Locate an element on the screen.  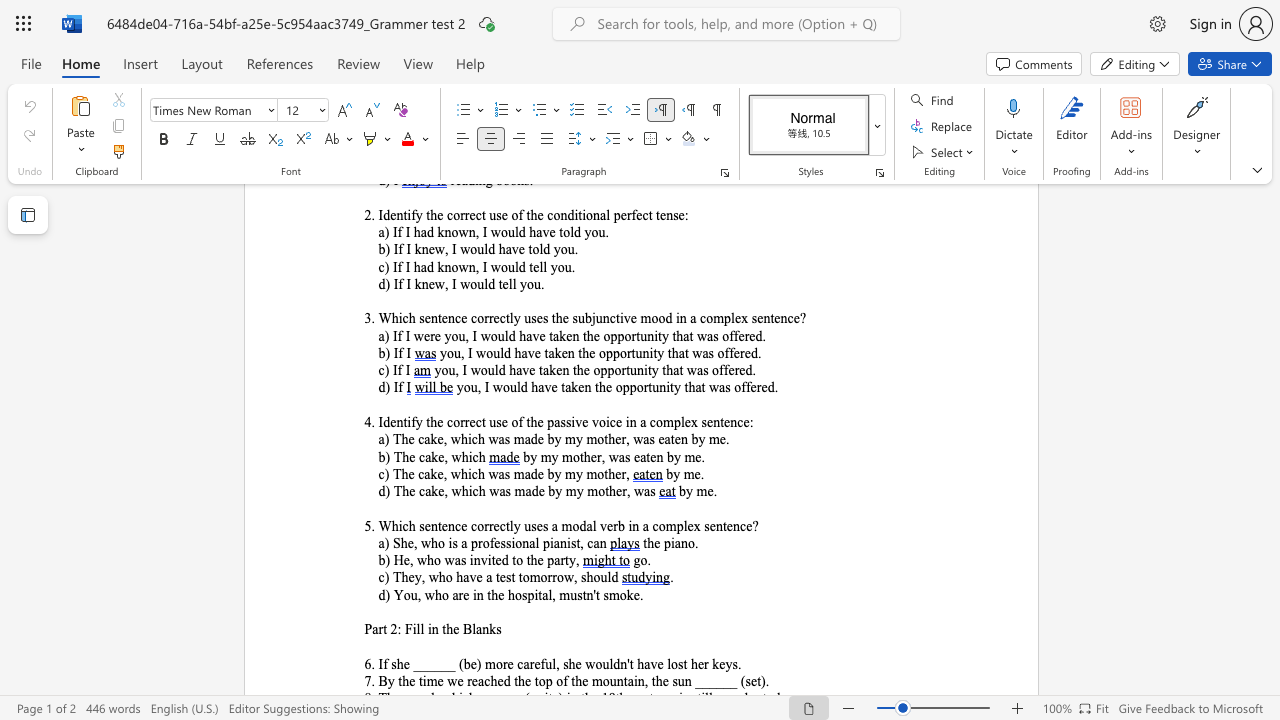
the subset text "e c" within the text "6. If she ______ (be) more careful, she" is located at coordinates (507, 664).